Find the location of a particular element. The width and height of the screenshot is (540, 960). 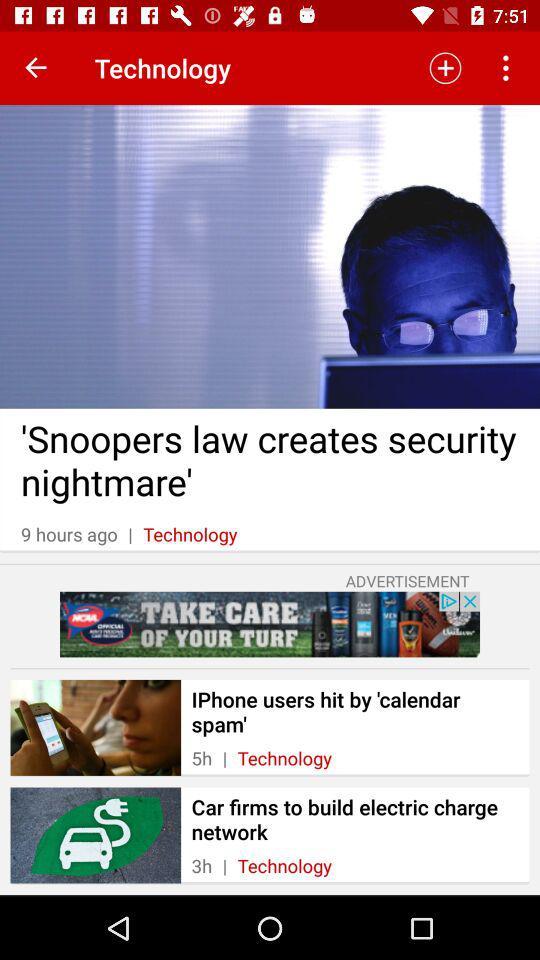

go back is located at coordinates (36, 68).